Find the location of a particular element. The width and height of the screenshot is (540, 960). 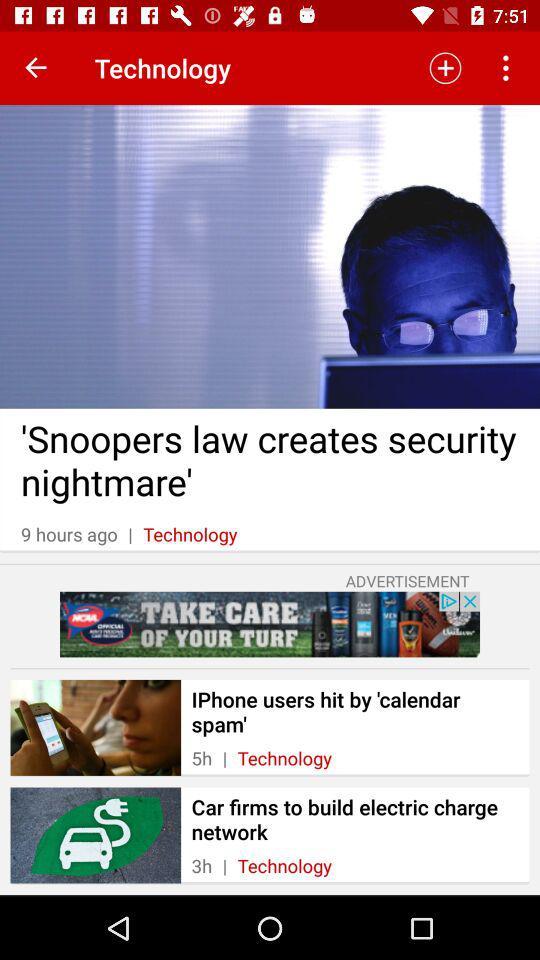

go back is located at coordinates (36, 68).